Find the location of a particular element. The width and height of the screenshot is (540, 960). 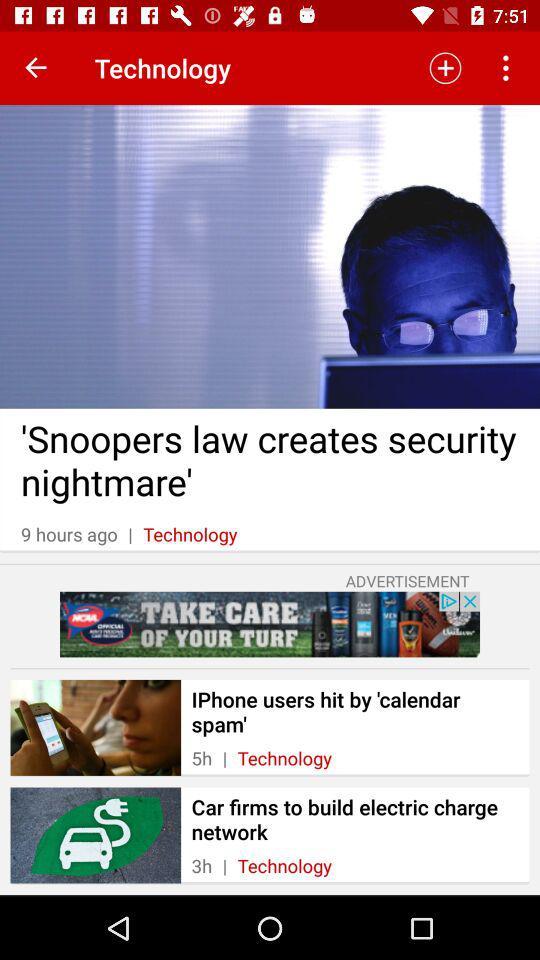

go back is located at coordinates (36, 68).